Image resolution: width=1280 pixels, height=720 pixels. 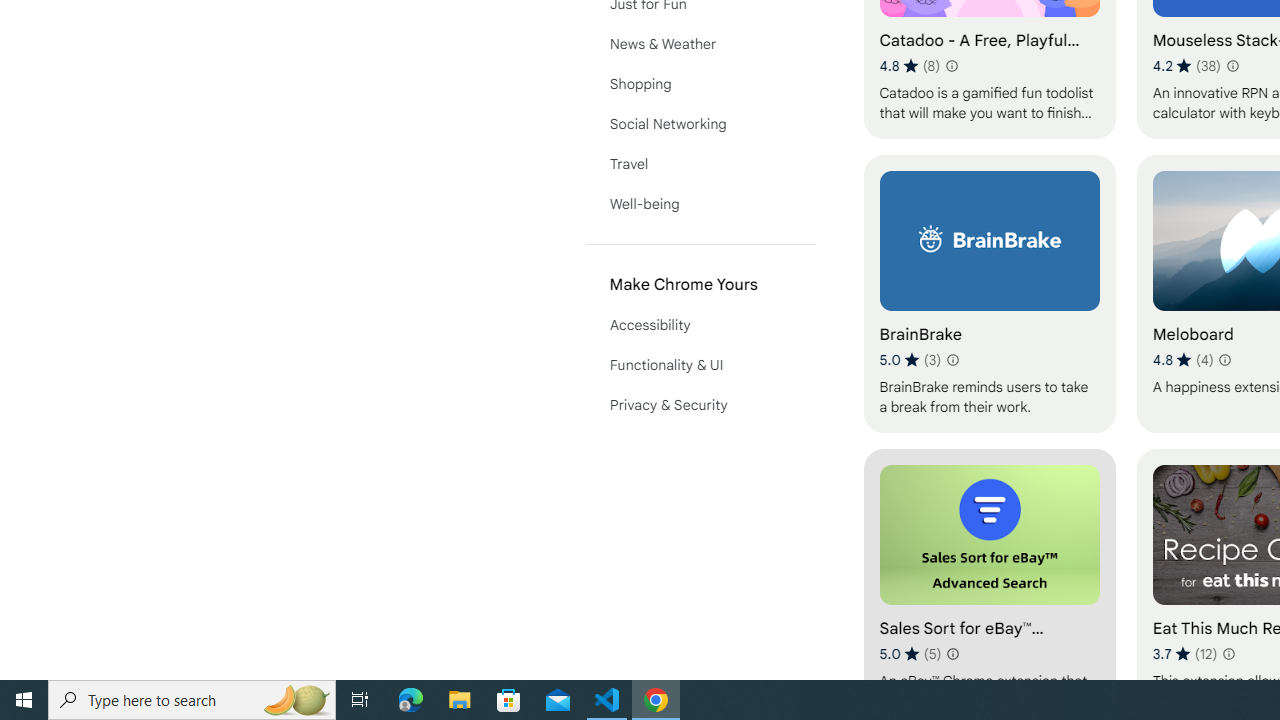 What do you see at coordinates (700, 163) in the screenshot?
I see `'Travel'` at bounding box center [700, 163].